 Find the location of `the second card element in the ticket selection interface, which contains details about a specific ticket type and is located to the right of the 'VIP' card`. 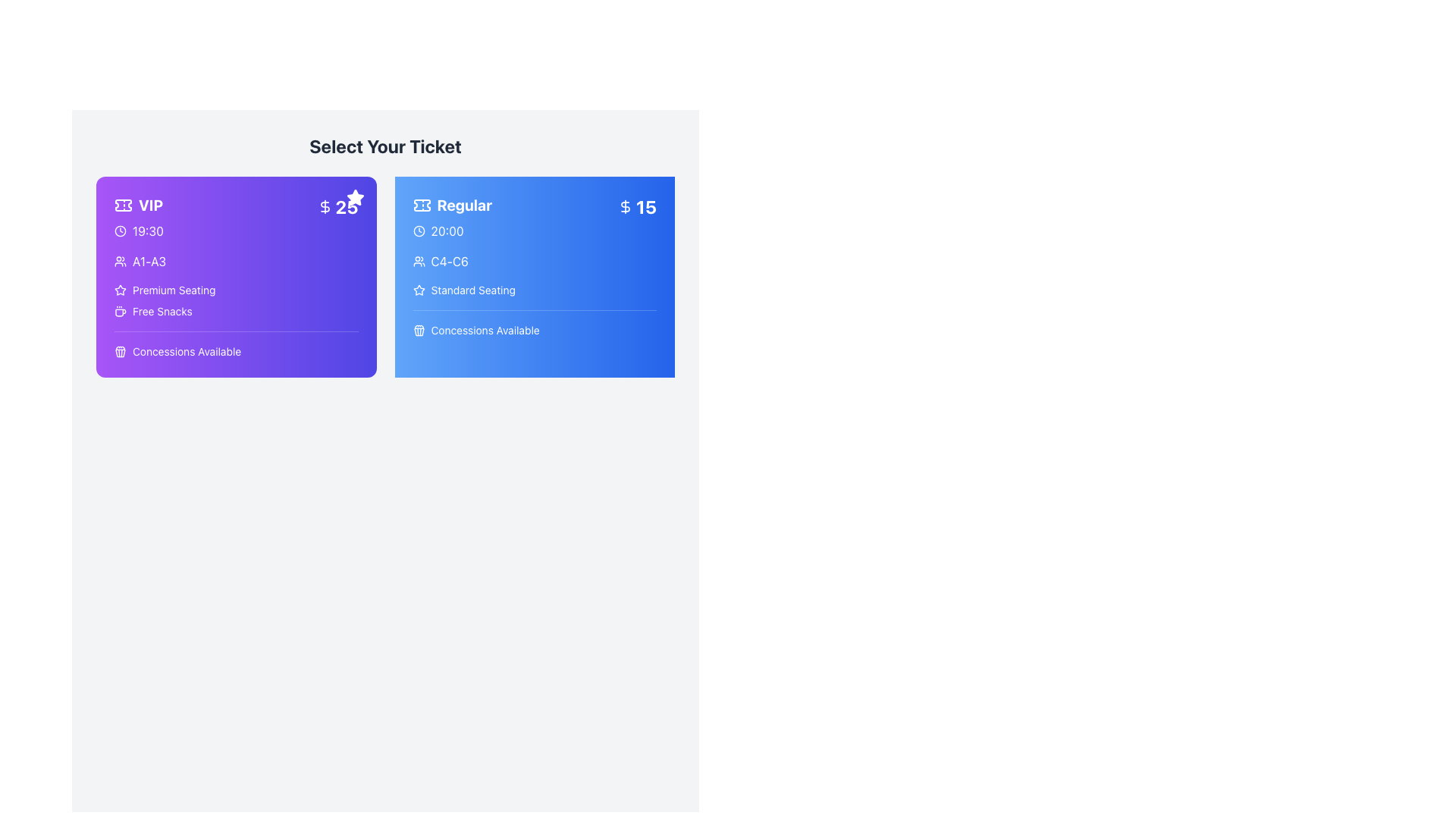

the second card element in the ticket selection interface, which contains details about a specific ticket type and is located to the right of the 'VIP' card is located at coordinates (535, 265).